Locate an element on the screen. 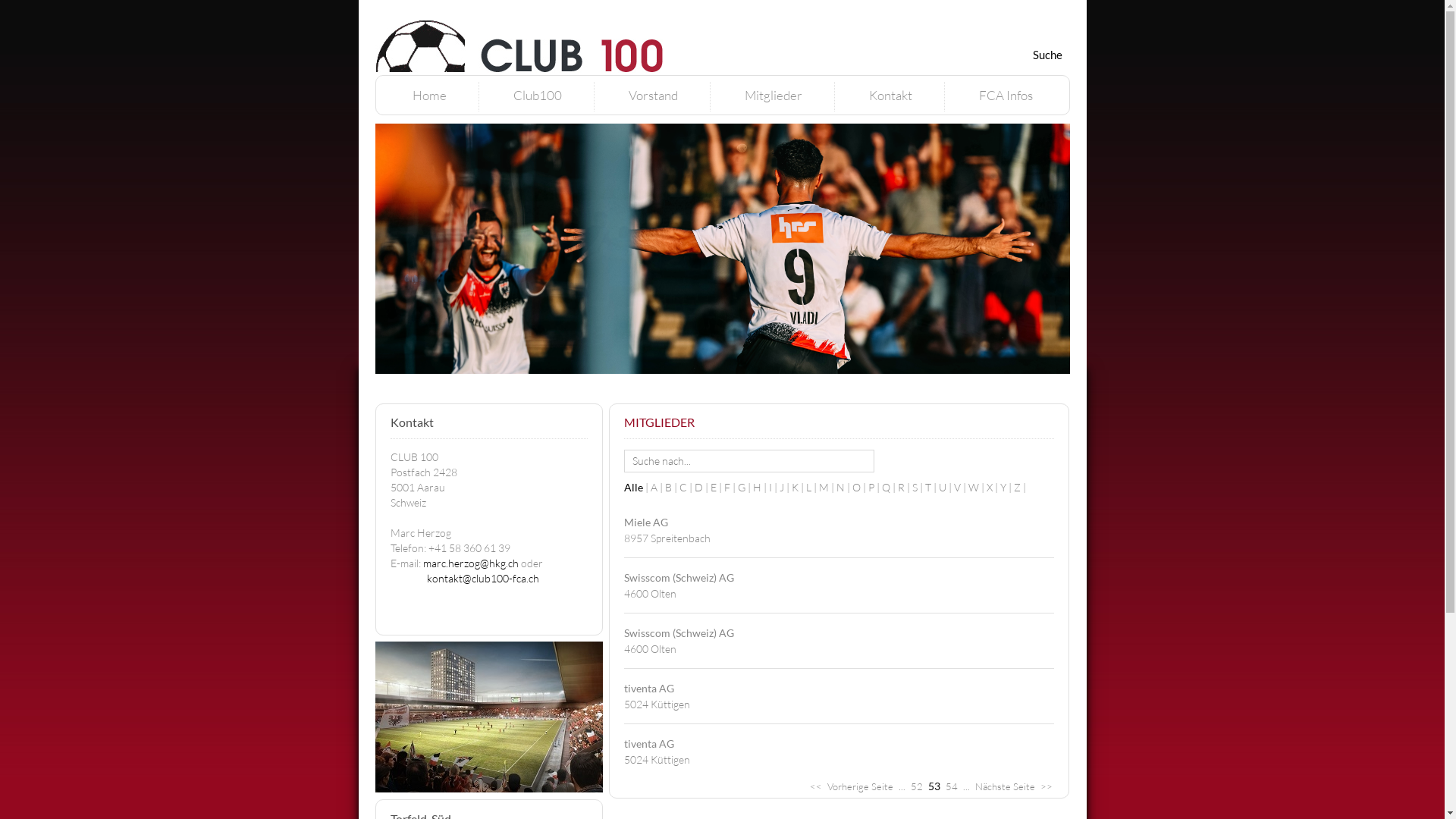  'D' is located at coordinates (701, 487).